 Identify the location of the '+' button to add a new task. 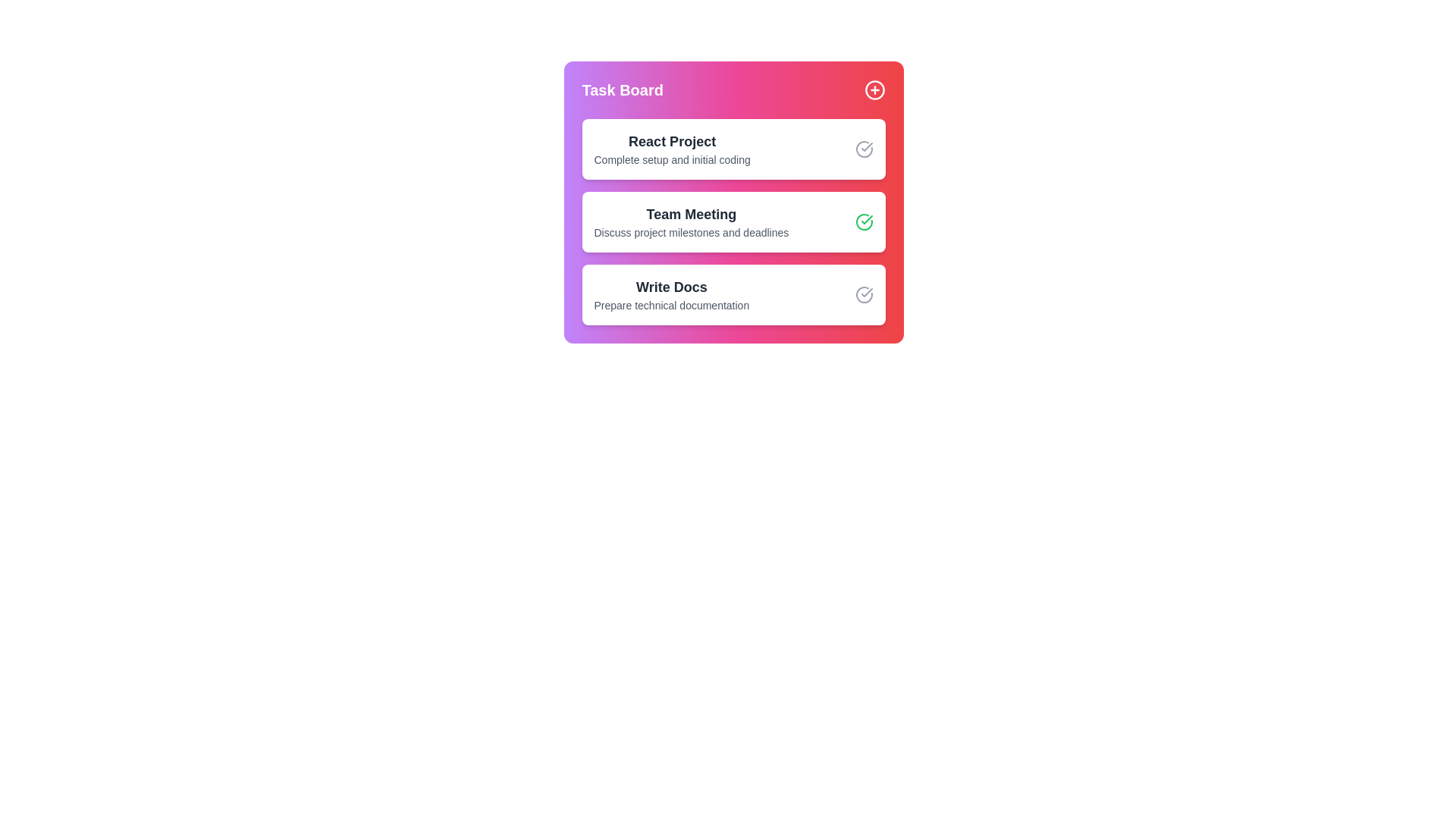
(874, 90).